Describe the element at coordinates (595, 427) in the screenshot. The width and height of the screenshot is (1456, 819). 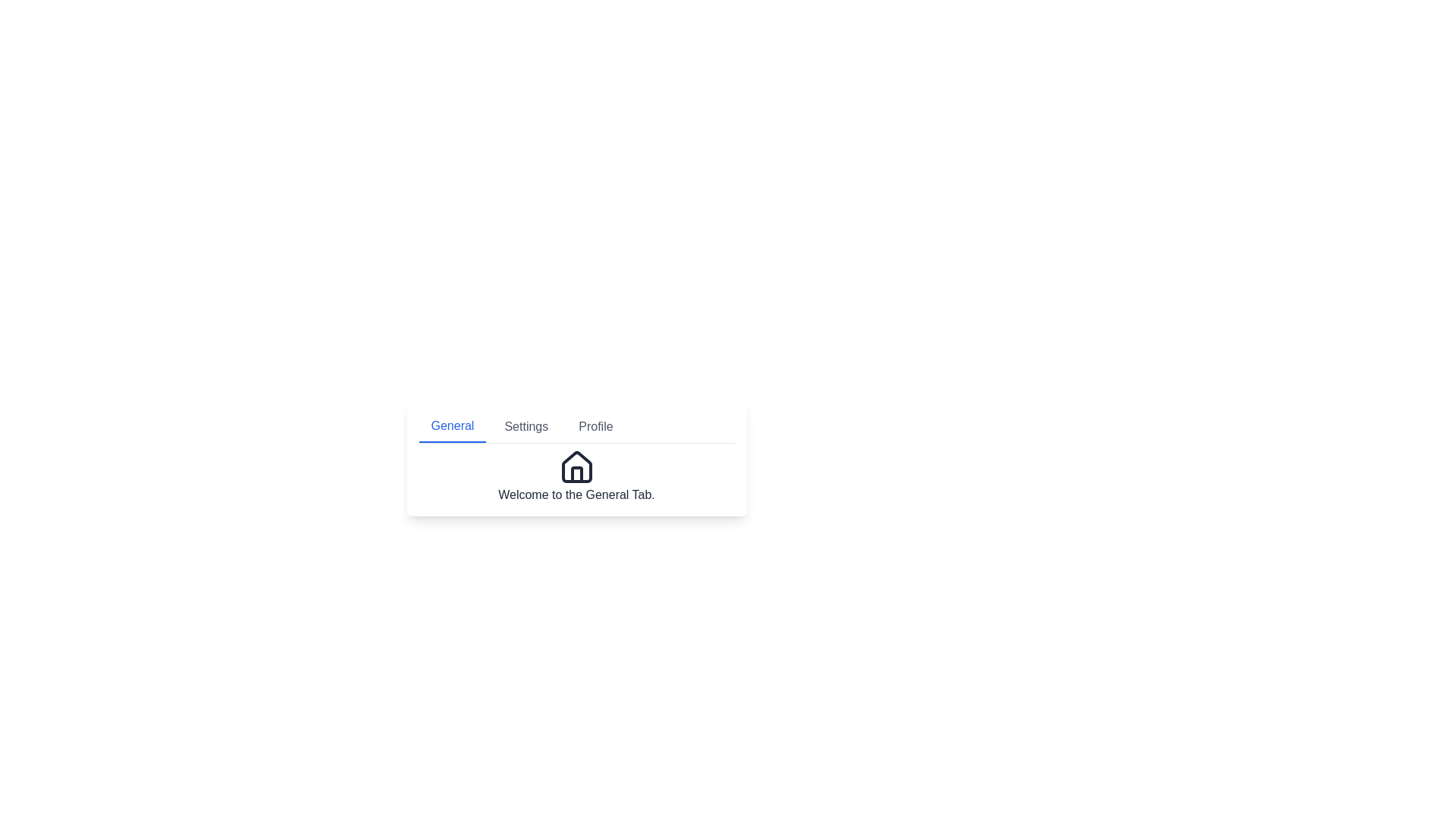
I see `the 'Profile' button, the third tab in the horizontal tab list` at that location.